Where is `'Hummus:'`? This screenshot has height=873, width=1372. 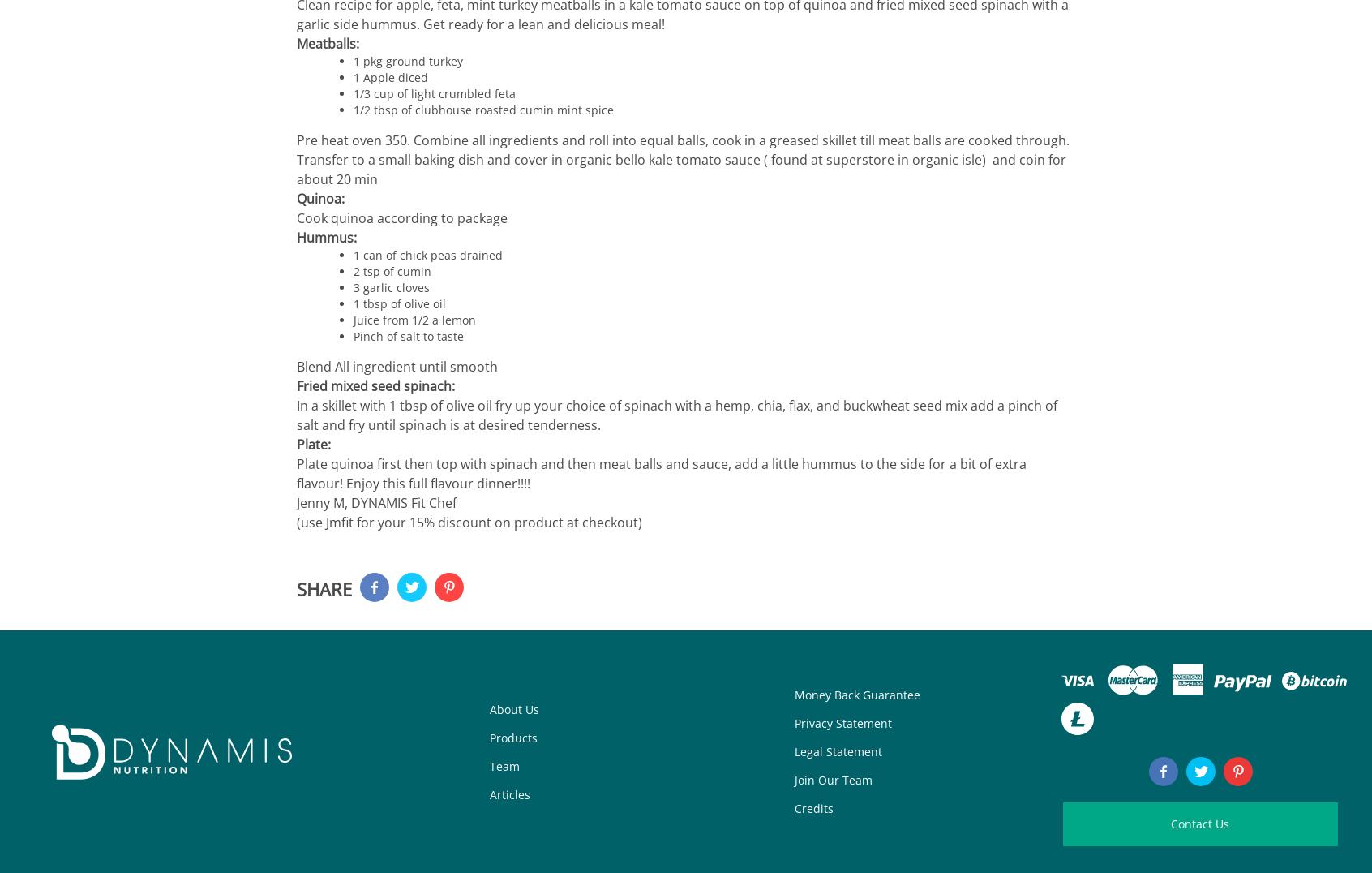
'Hummus:' is located at coordinates (296, 236).